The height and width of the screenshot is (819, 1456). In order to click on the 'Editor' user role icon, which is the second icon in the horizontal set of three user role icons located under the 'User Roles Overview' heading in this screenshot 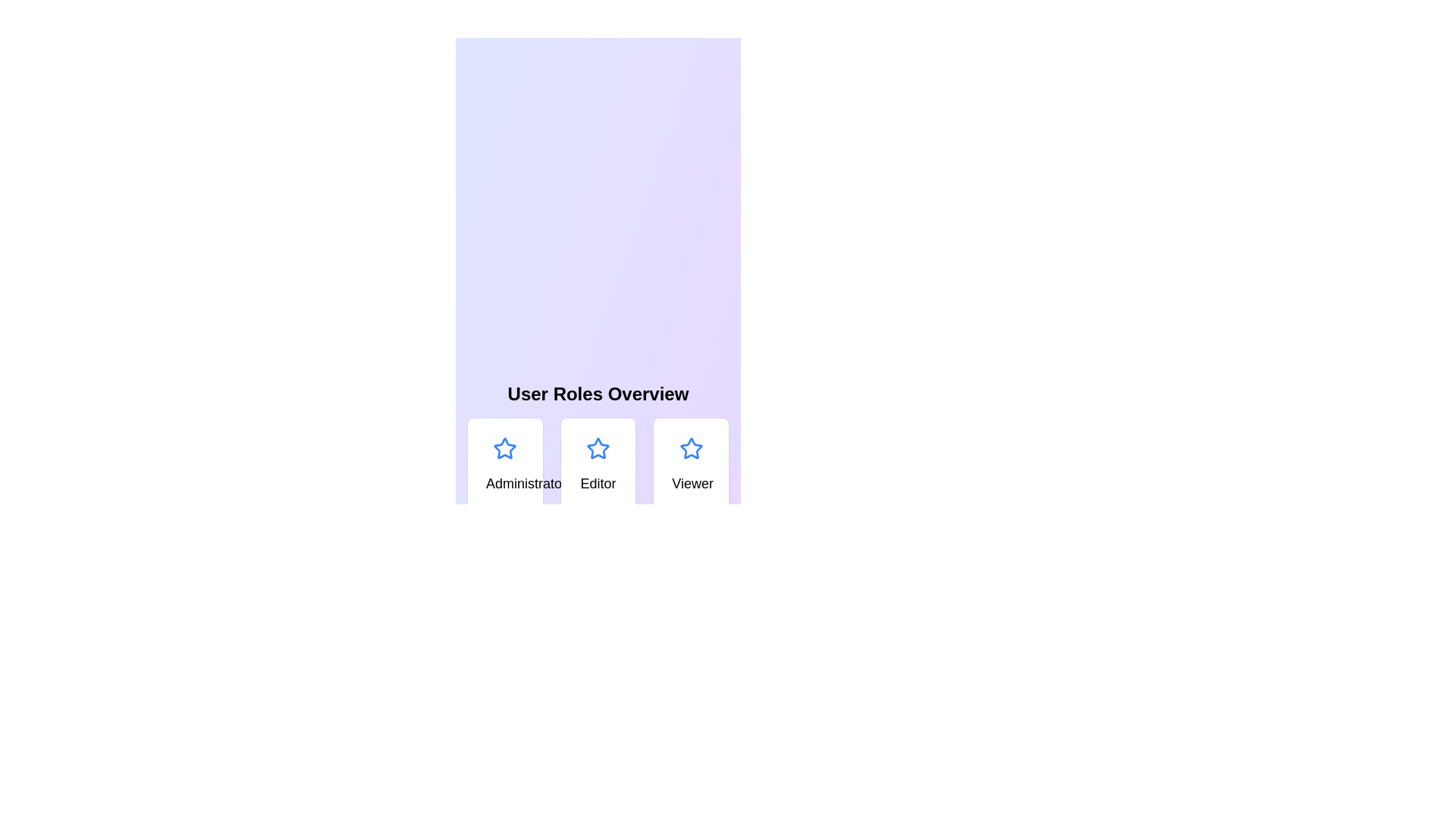, I will do `click(597, 447)`.